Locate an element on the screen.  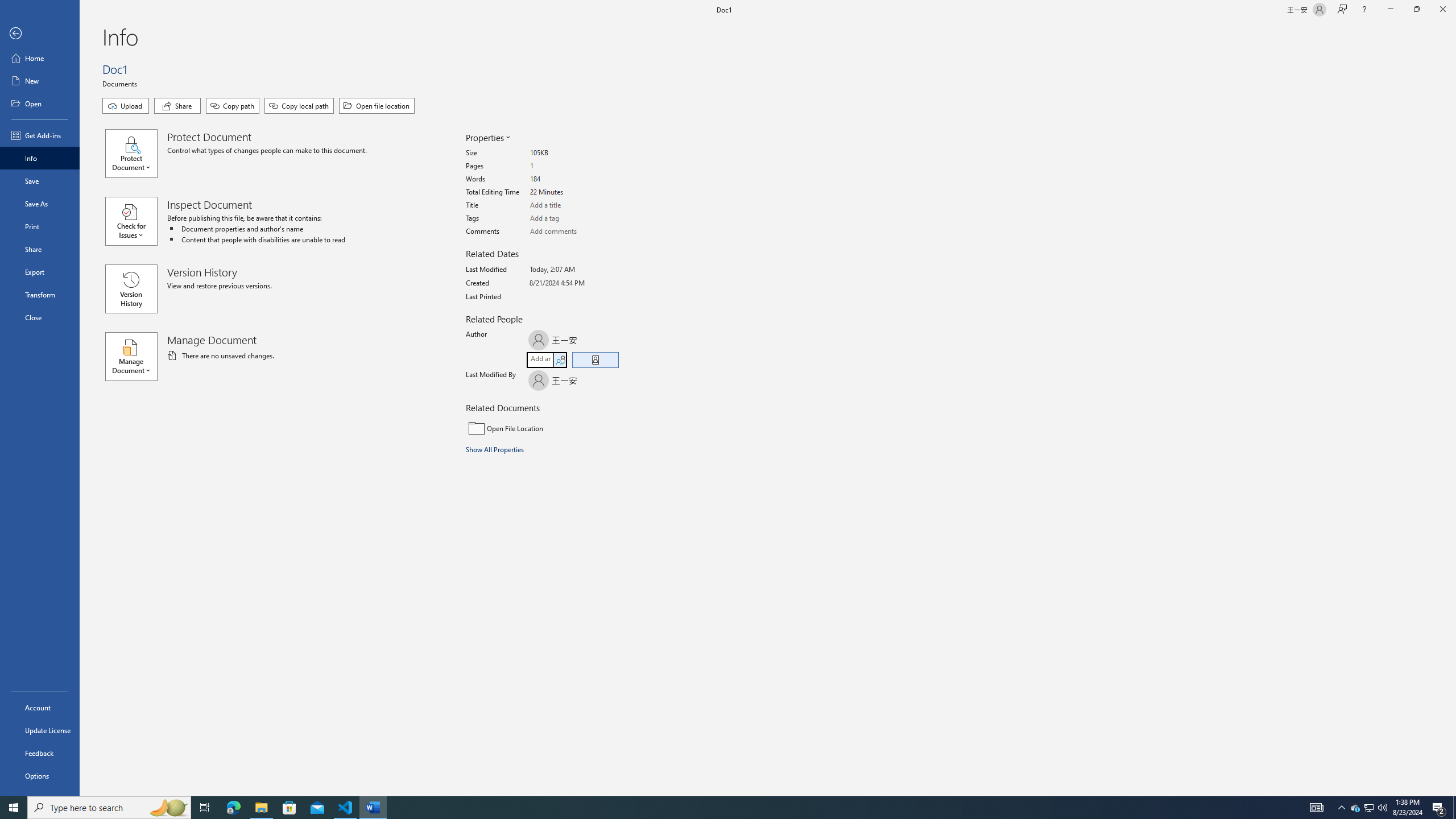
'Properties' is located at coordinates (487, 137).